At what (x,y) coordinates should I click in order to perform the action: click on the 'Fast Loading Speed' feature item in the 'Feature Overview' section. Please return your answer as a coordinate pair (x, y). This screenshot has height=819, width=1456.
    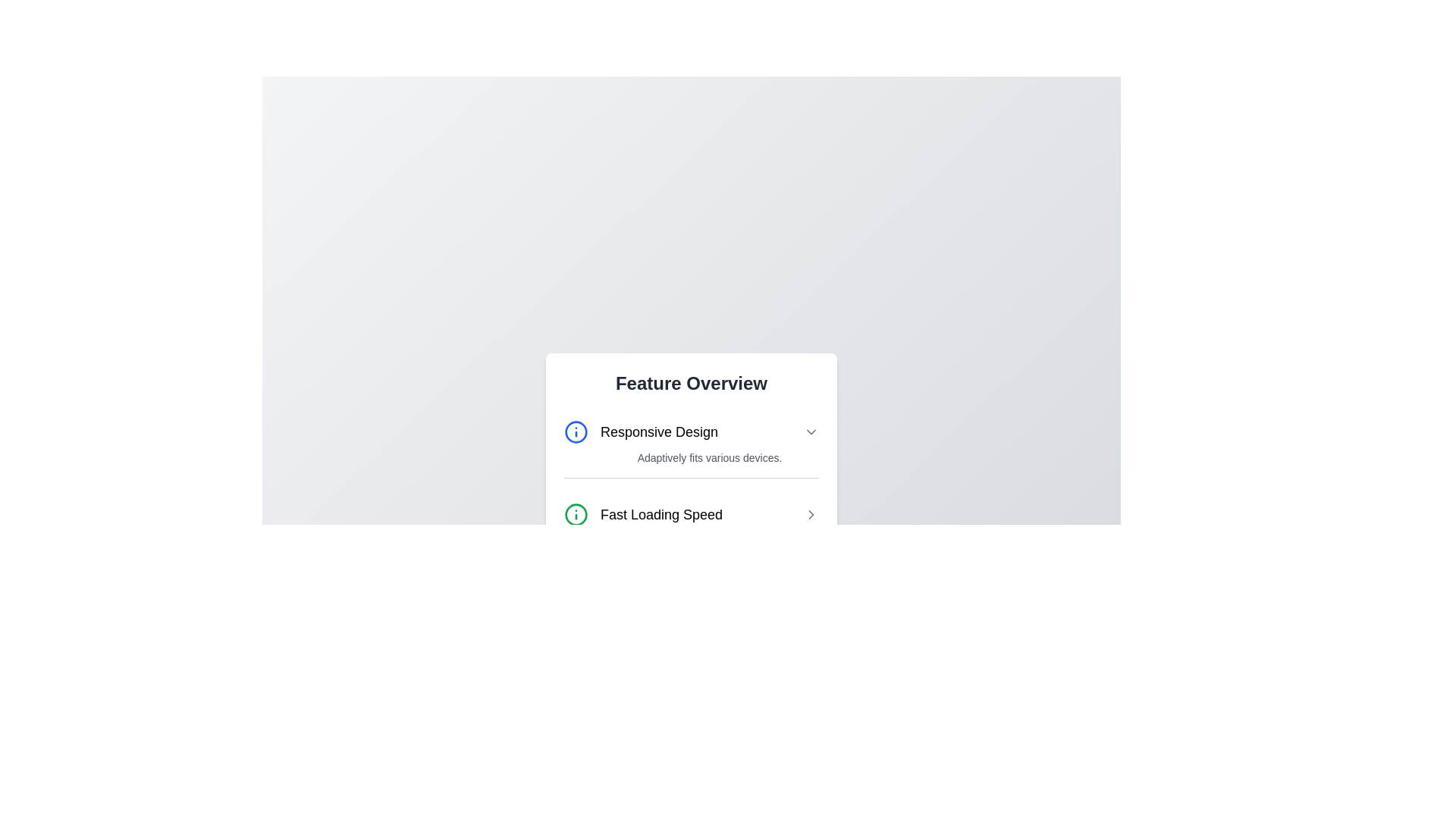
    Looking at the image, I should click on (691, 513).